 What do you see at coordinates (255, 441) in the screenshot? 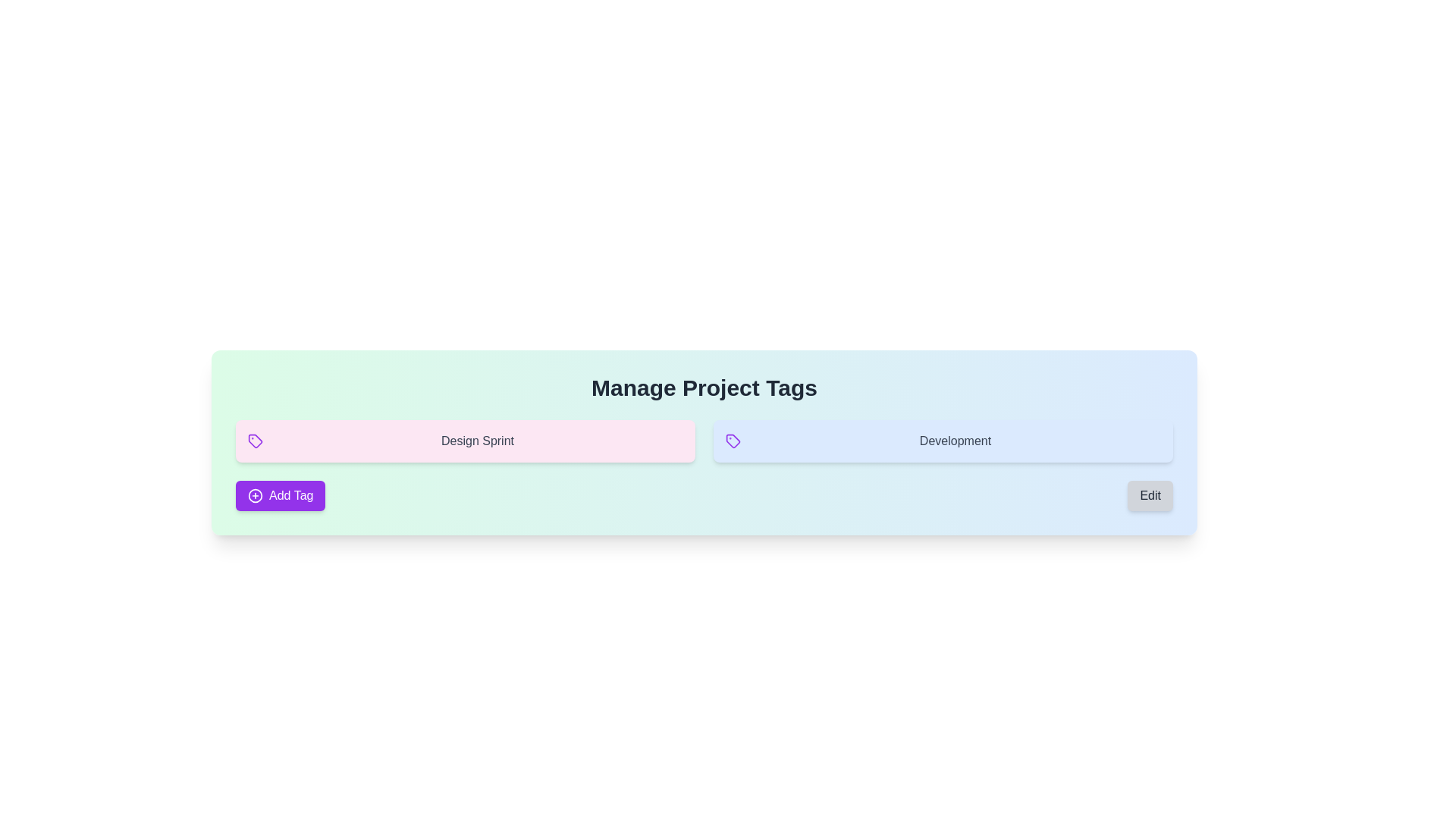
I see `the tag-shaped icon with a purple outline that precedes the text label 'Development' in the project management section` at bounding box center [255, 441].